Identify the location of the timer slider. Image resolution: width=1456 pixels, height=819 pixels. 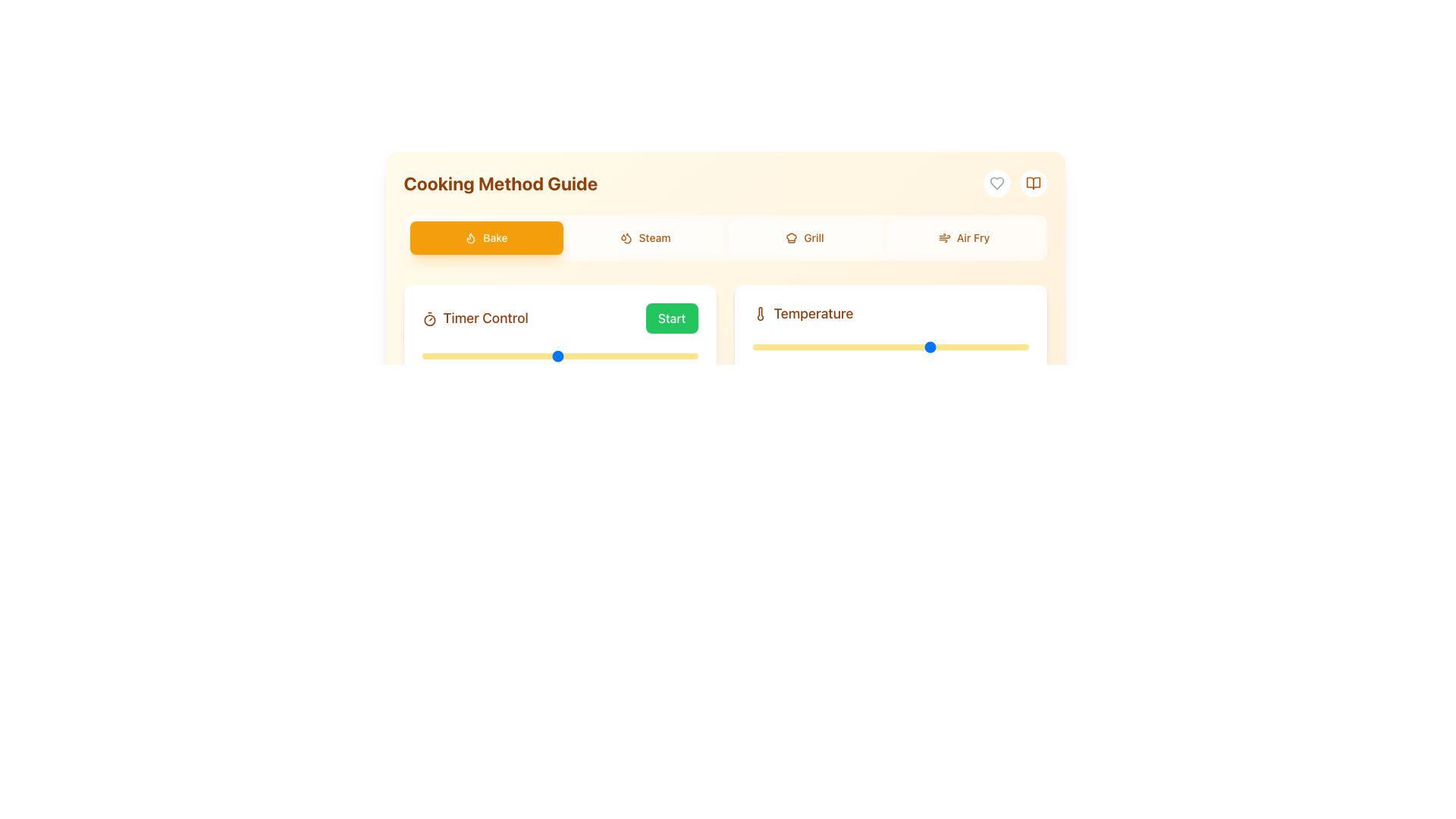
(491, 356).